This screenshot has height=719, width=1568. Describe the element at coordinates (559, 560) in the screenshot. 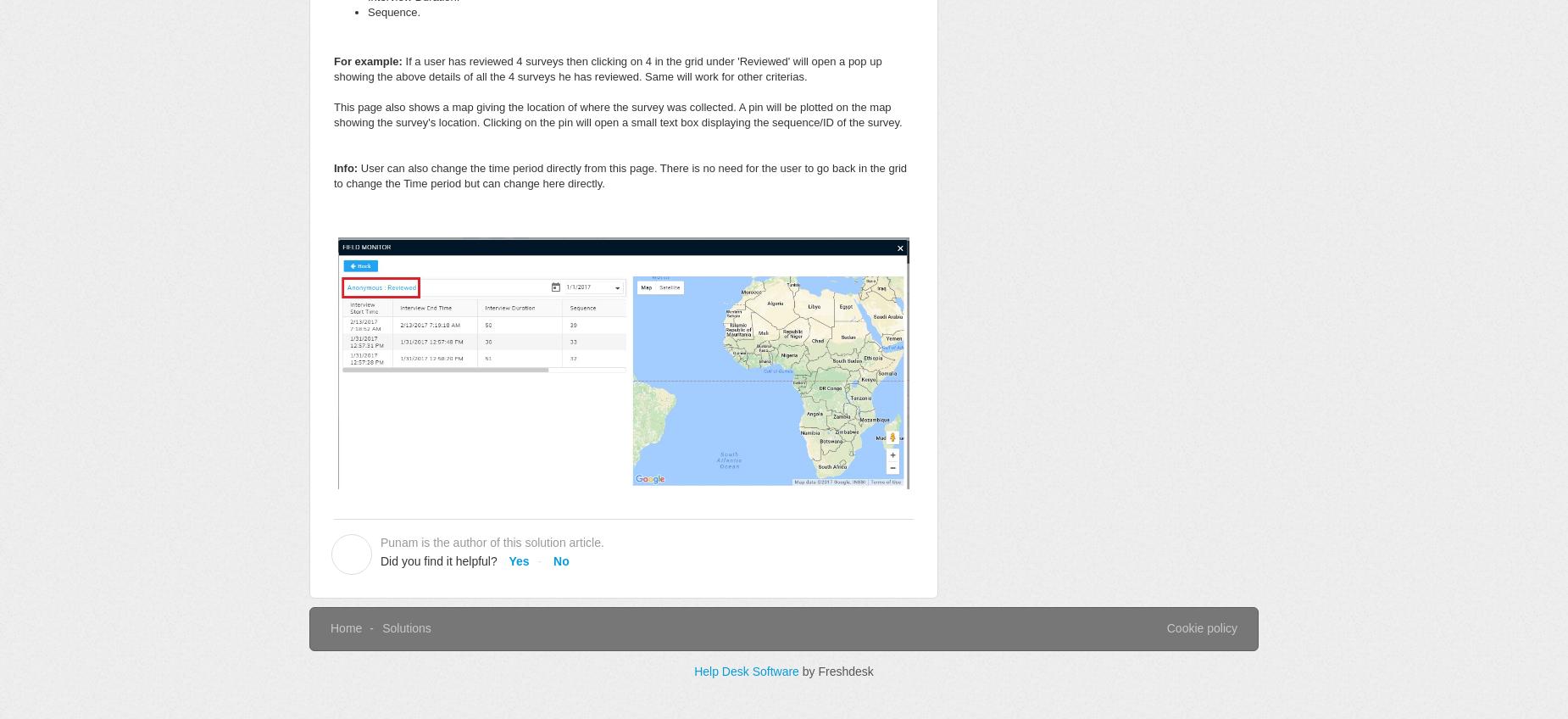

I see `'No'` at that location.